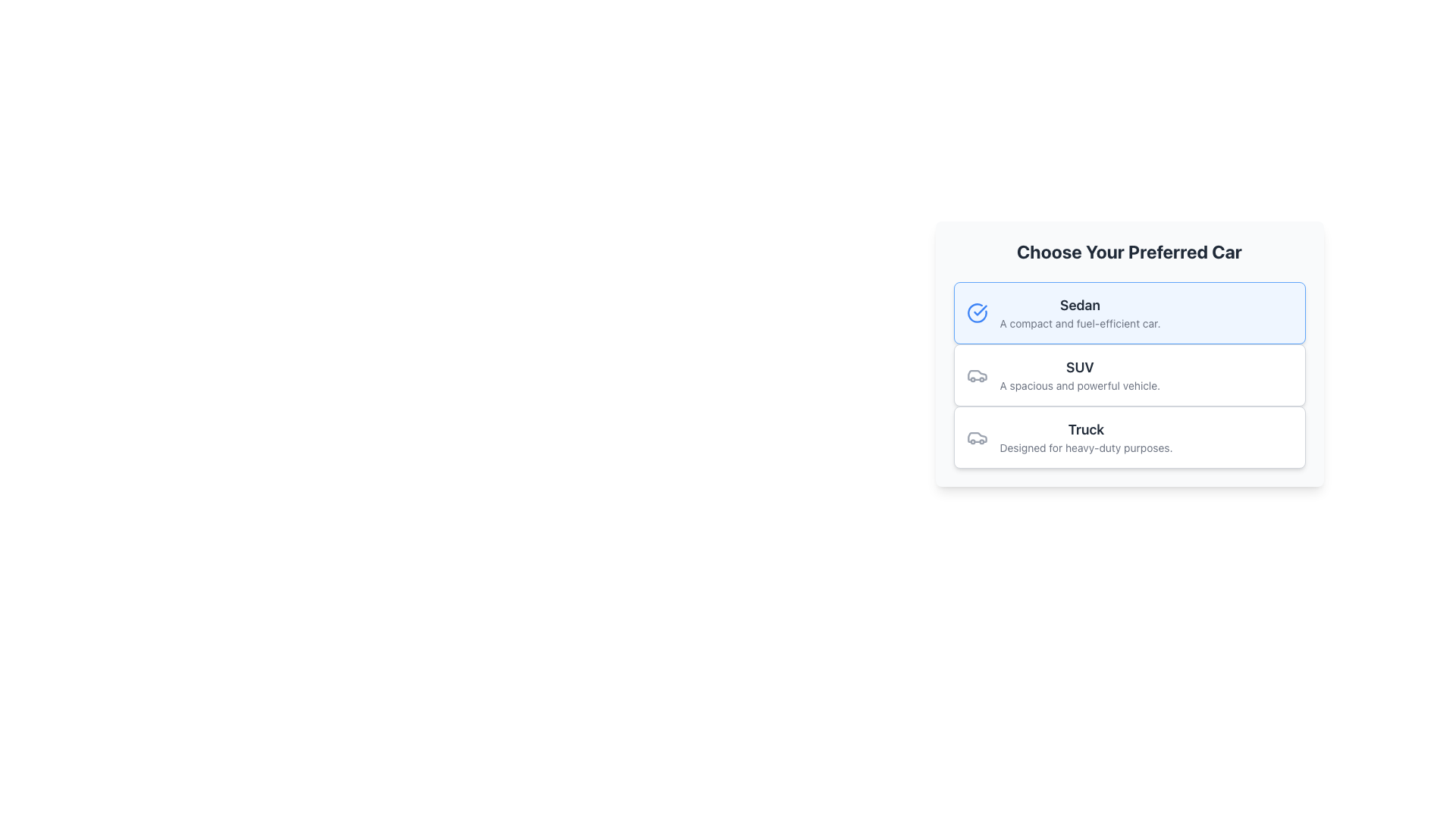  What do you see at coordinates (1129, 375) in the screenshot?
I see `the SUV option card located in the vertical list of car options, specifically the second card under the heading 'Choose Your Preferred Car'` at bounding box center [1129, 375].